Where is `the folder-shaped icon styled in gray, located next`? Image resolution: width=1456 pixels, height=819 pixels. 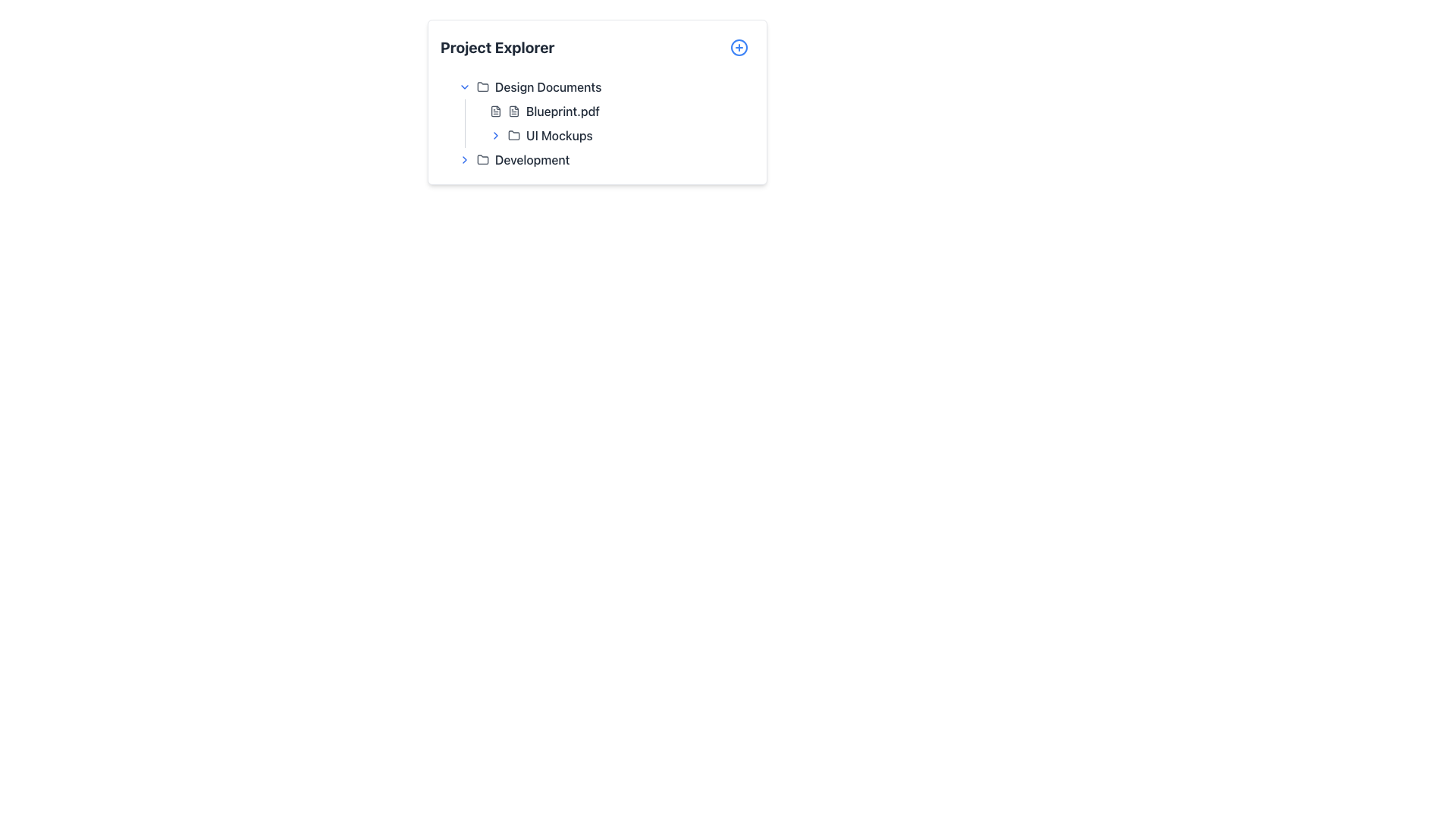 the folder-shaped icon styled in gray, located next is located at coordinates (482, 158).